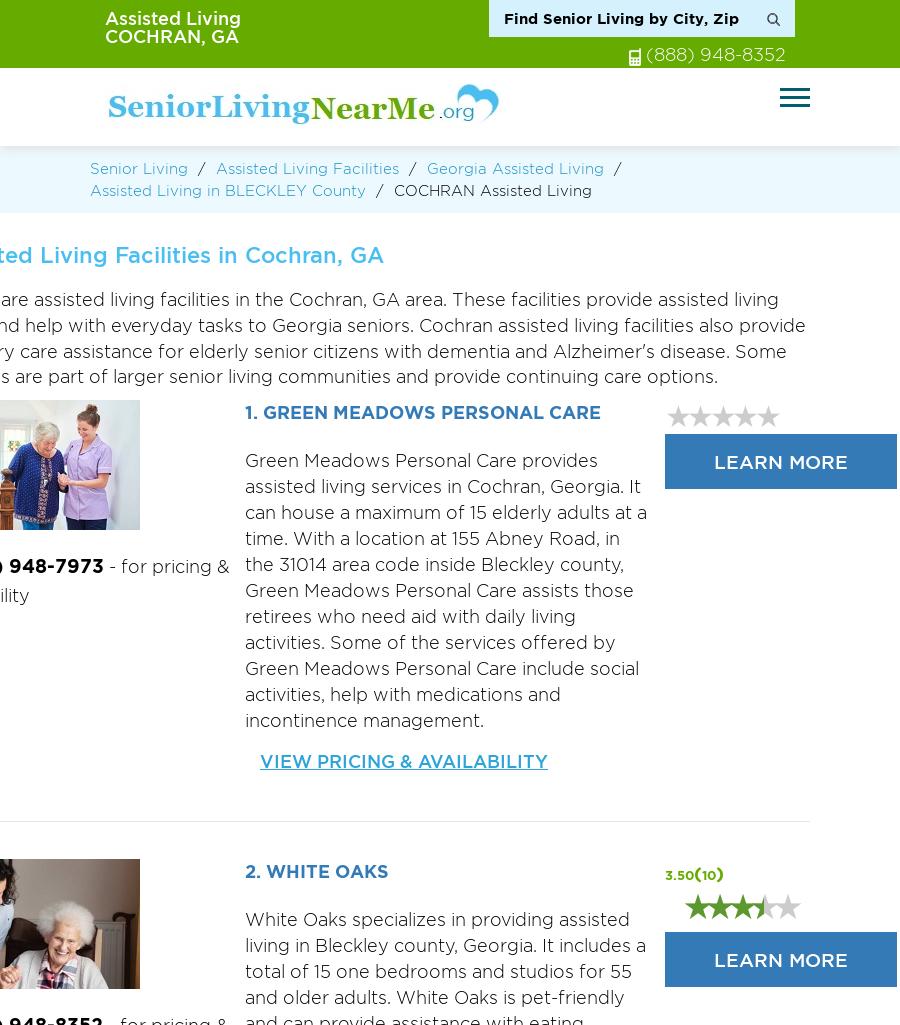 This screenshot has width=900, height=1025. Describe the element at coordinates (664, 875) in the screenshot. I see `'3.50'` at that location.